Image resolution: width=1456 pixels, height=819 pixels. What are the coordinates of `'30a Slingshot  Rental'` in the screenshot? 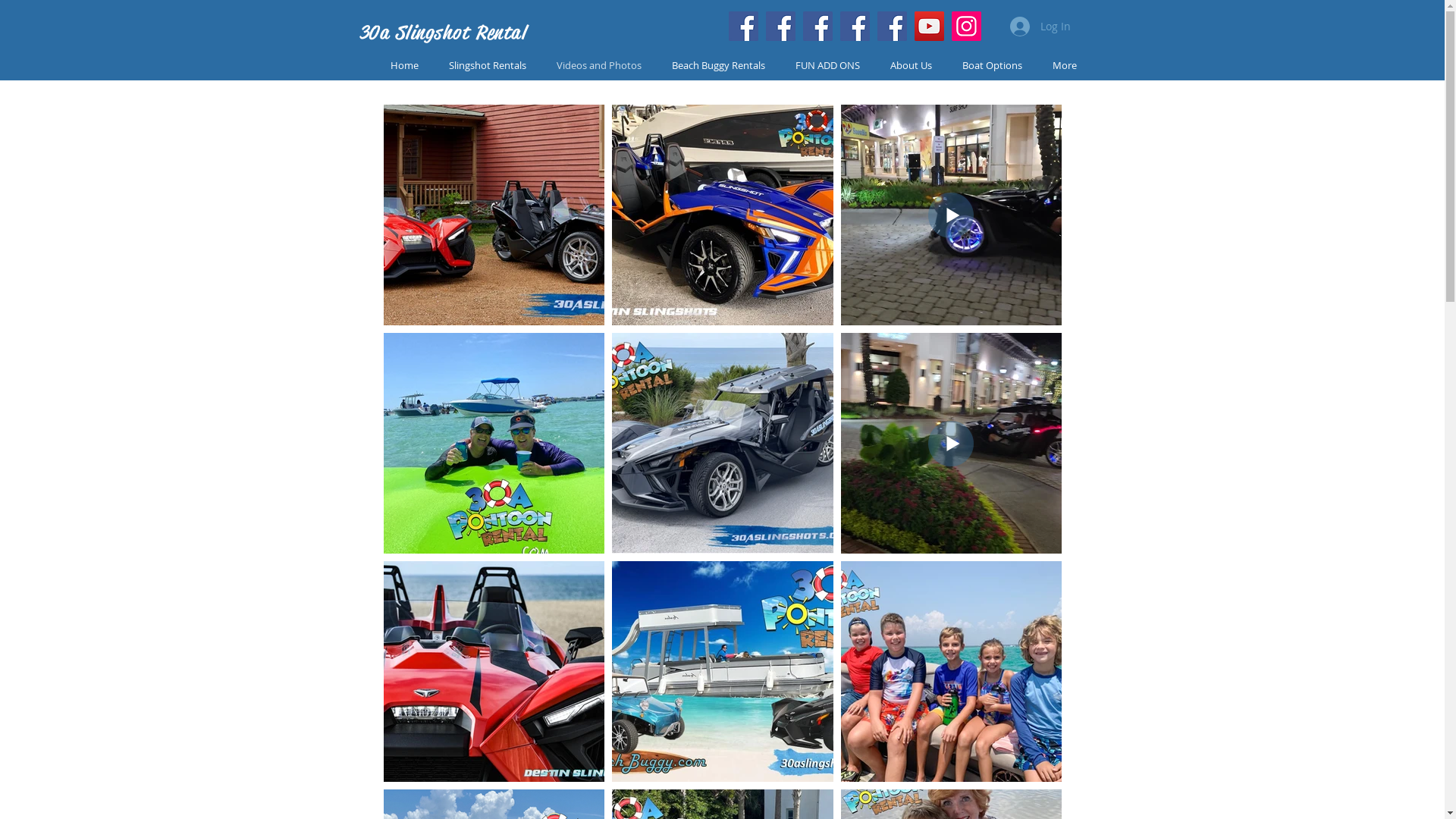 It's located at (442, 32).